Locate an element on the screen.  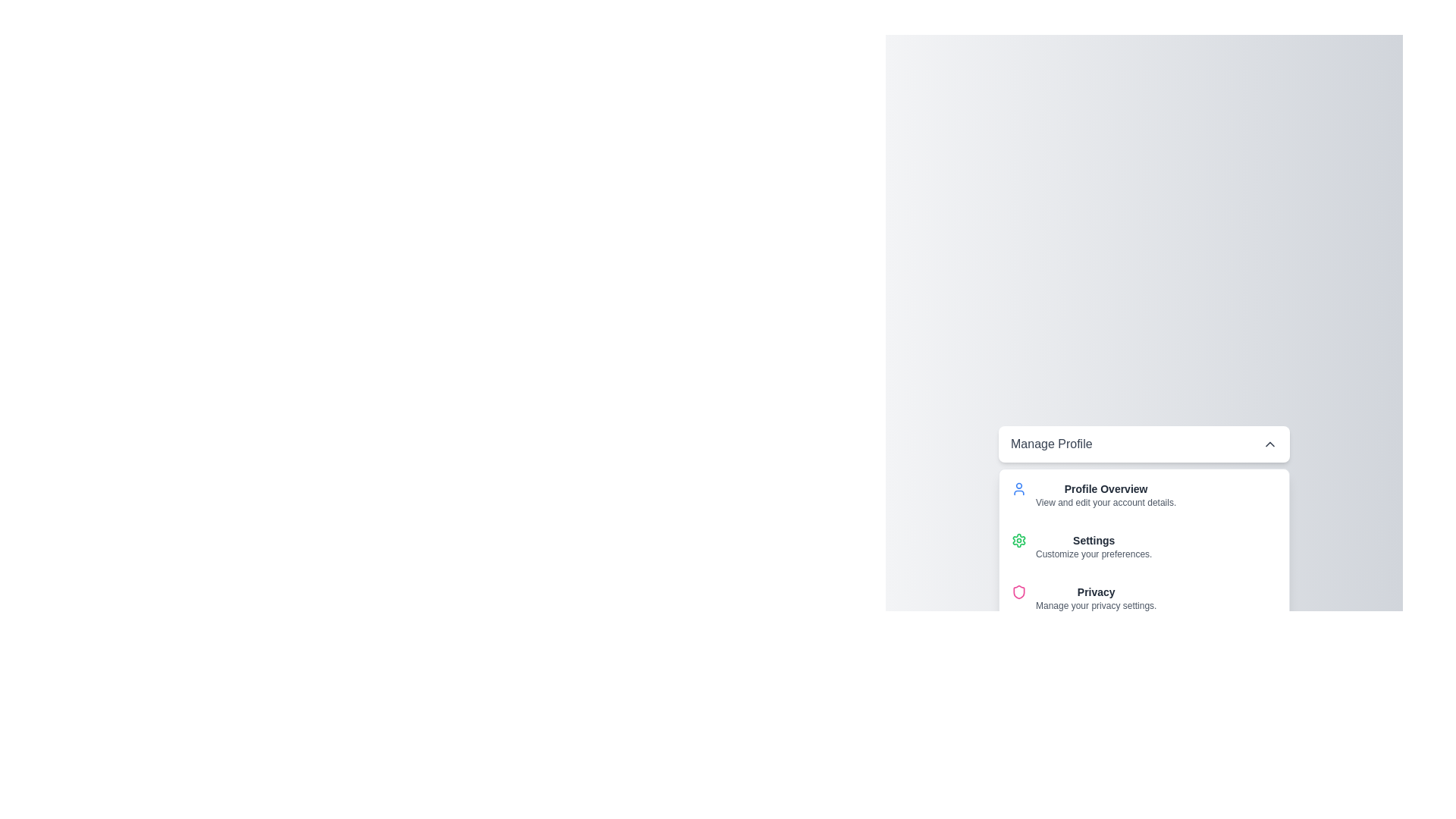
the shield icon with a pink border located in the 'Privacy' section, which is the leftmost element in that section is located at coordinates (1019, 591).